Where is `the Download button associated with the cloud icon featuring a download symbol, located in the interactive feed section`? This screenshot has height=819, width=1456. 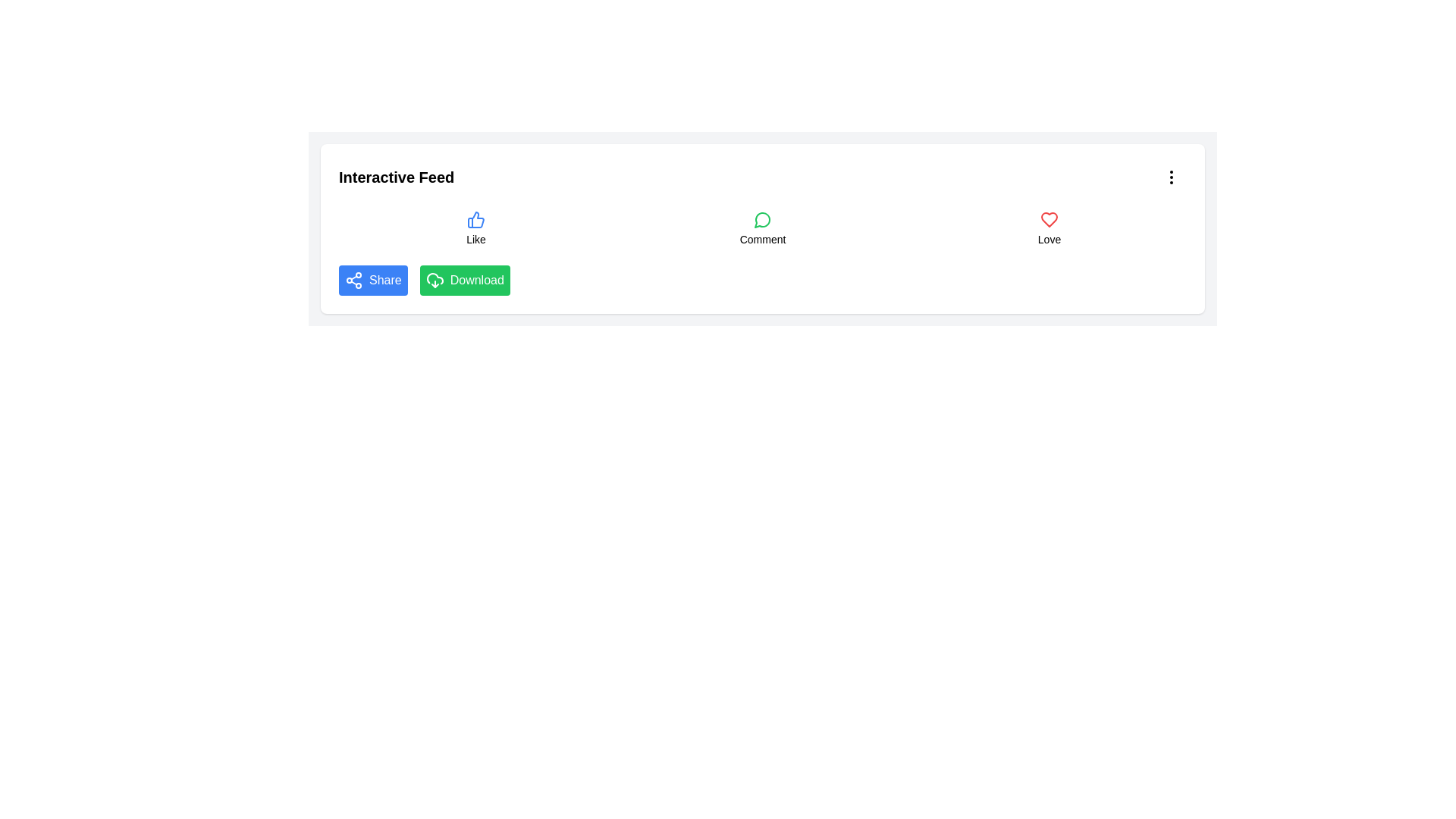
the Download button associated with the cloud icon featuring a download symbol, located in the interactive feed section is located at coordinates (434, 278).